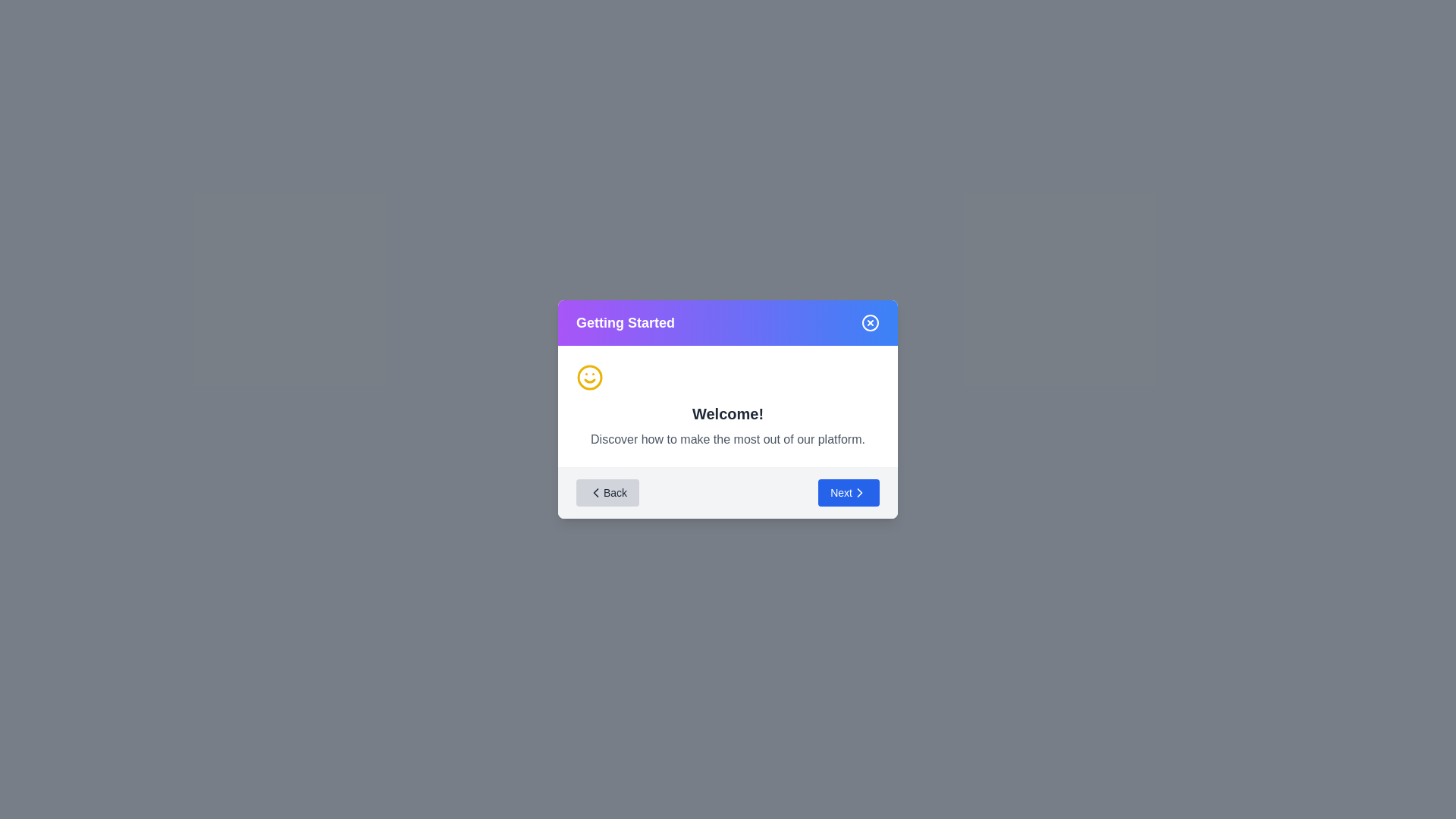  I want to click on the decorative emoji icon located in the 'Getting Started' dialog box, positioned above the text 'Welcome!' and to the left of the textual content, so click(588, 376).